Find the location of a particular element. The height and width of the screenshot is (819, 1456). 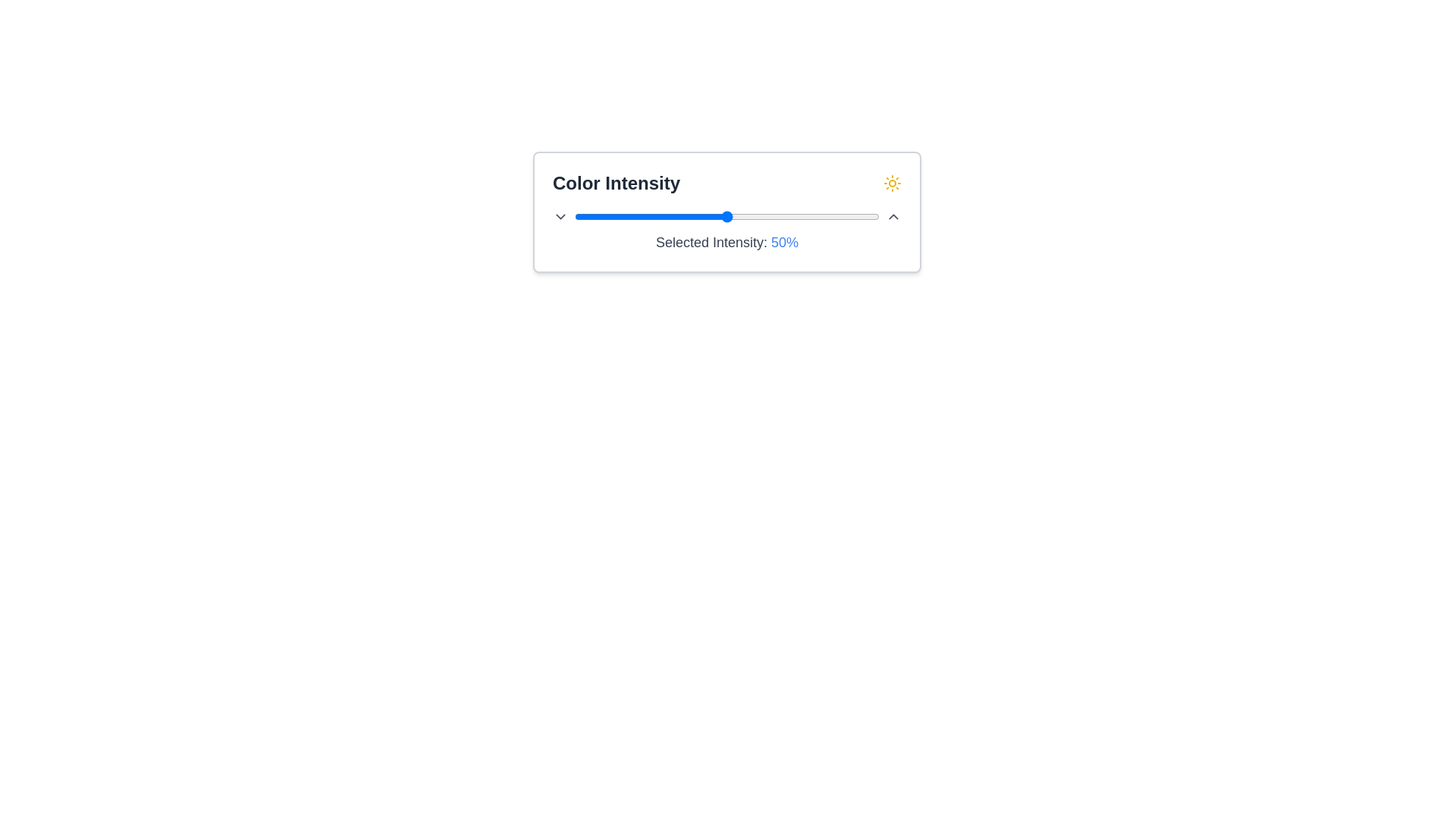

the color intensity is located at coordinates (617, 216).